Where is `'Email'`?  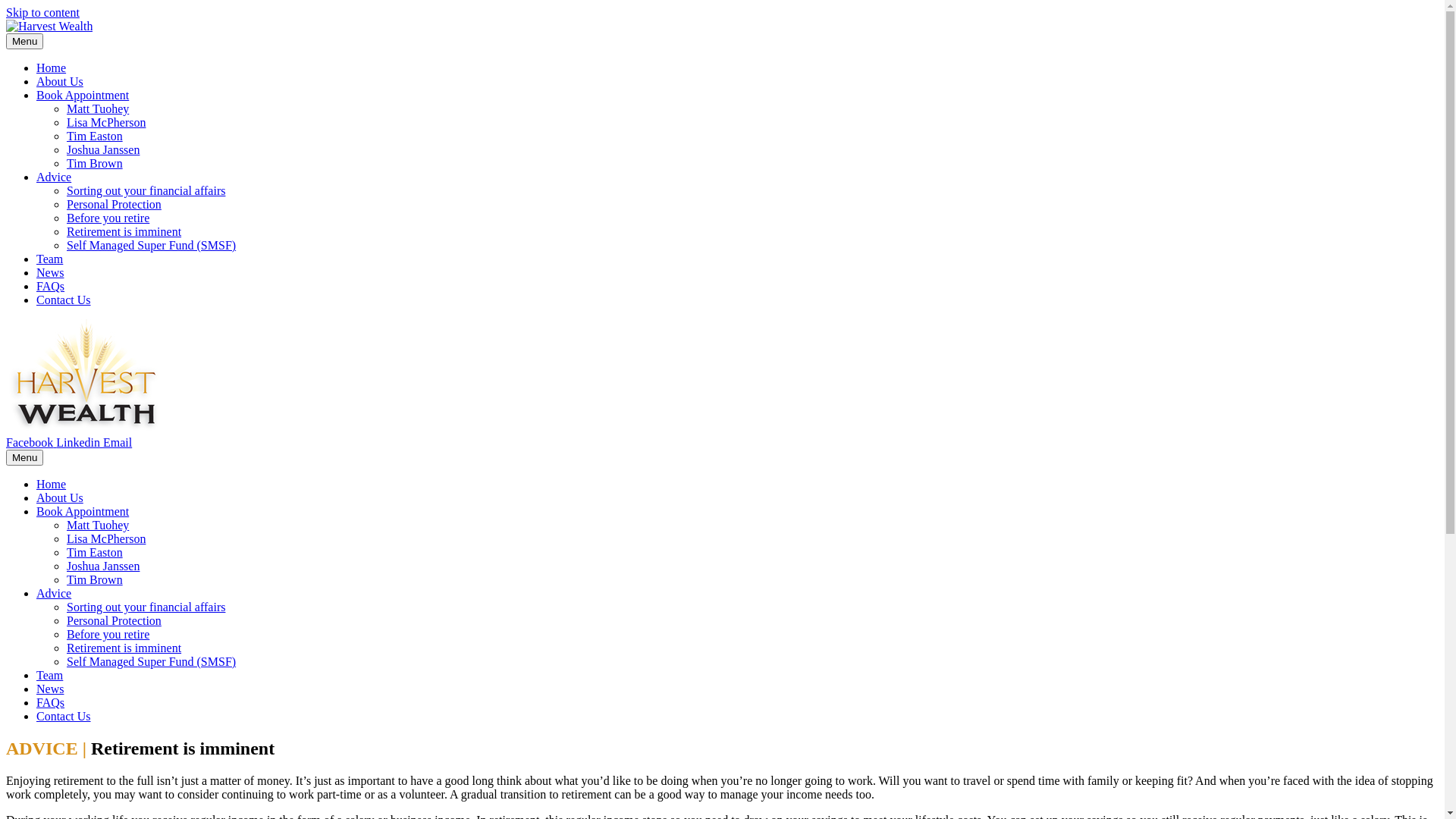 'Email' is located at coordinates (116, 442).